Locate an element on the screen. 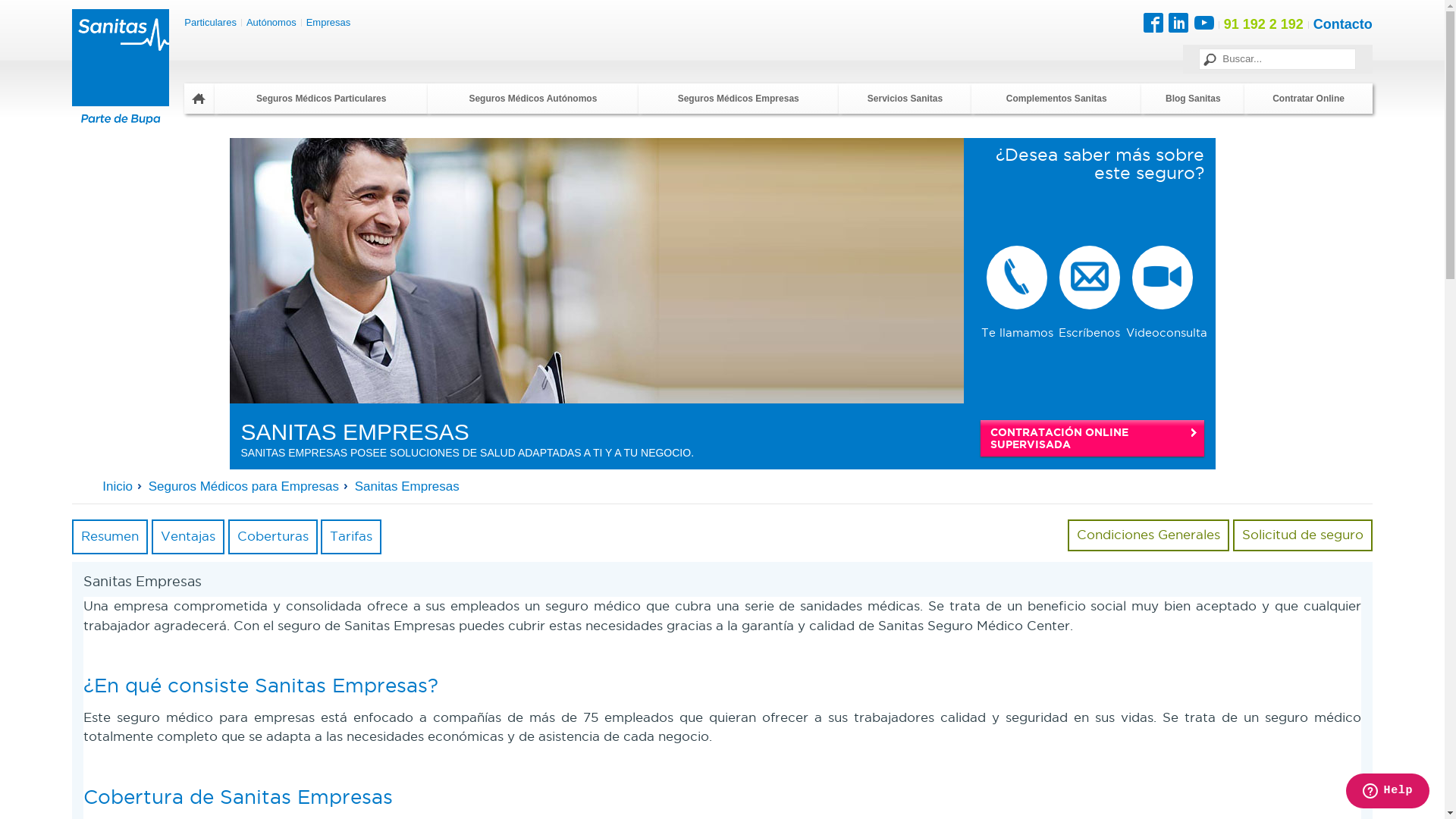 Image resolution: width=1456 pixels, height=819 pixels. 'Contacto' is located at coordinates (1343, 25).